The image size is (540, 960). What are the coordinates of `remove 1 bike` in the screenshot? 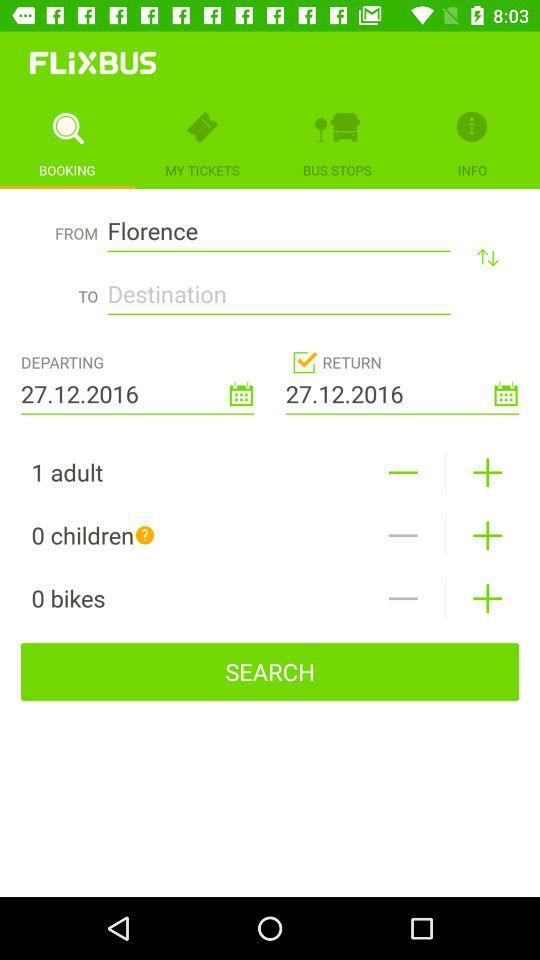 It's located at (403, 598).